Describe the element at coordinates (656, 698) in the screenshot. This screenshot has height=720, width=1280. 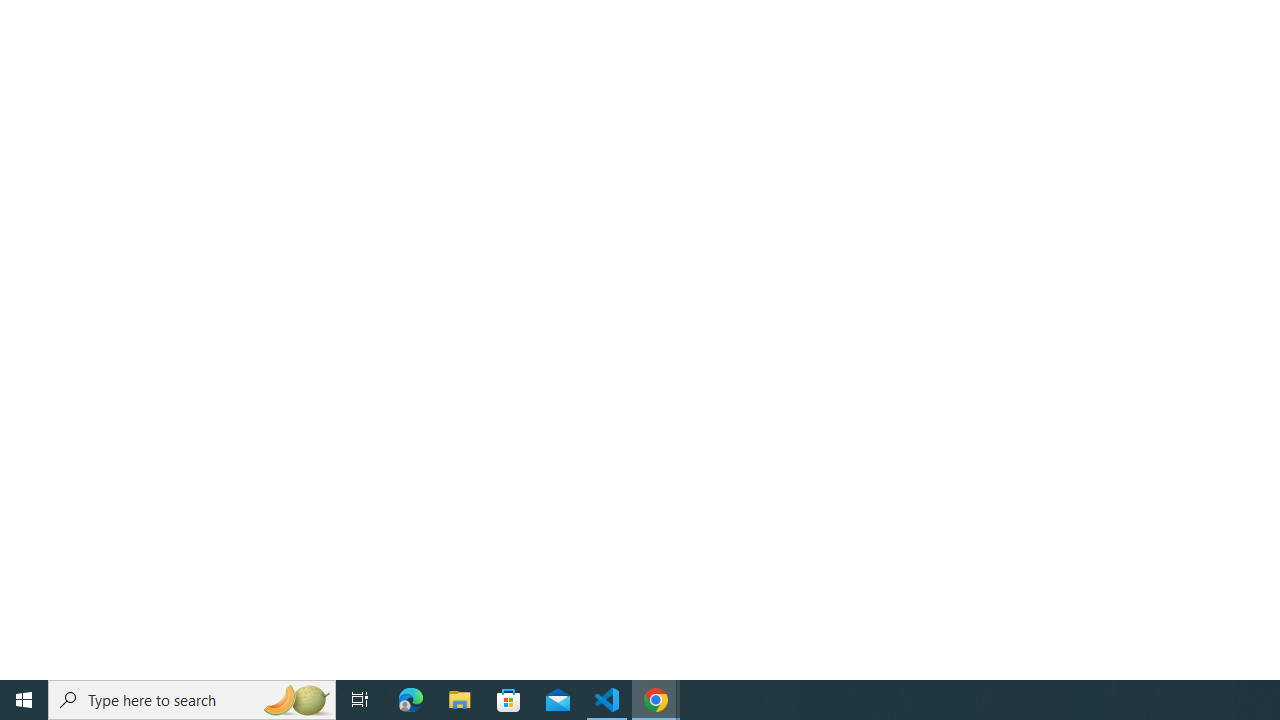
I see `'Google Chrome - 2 running windows'` at that location.